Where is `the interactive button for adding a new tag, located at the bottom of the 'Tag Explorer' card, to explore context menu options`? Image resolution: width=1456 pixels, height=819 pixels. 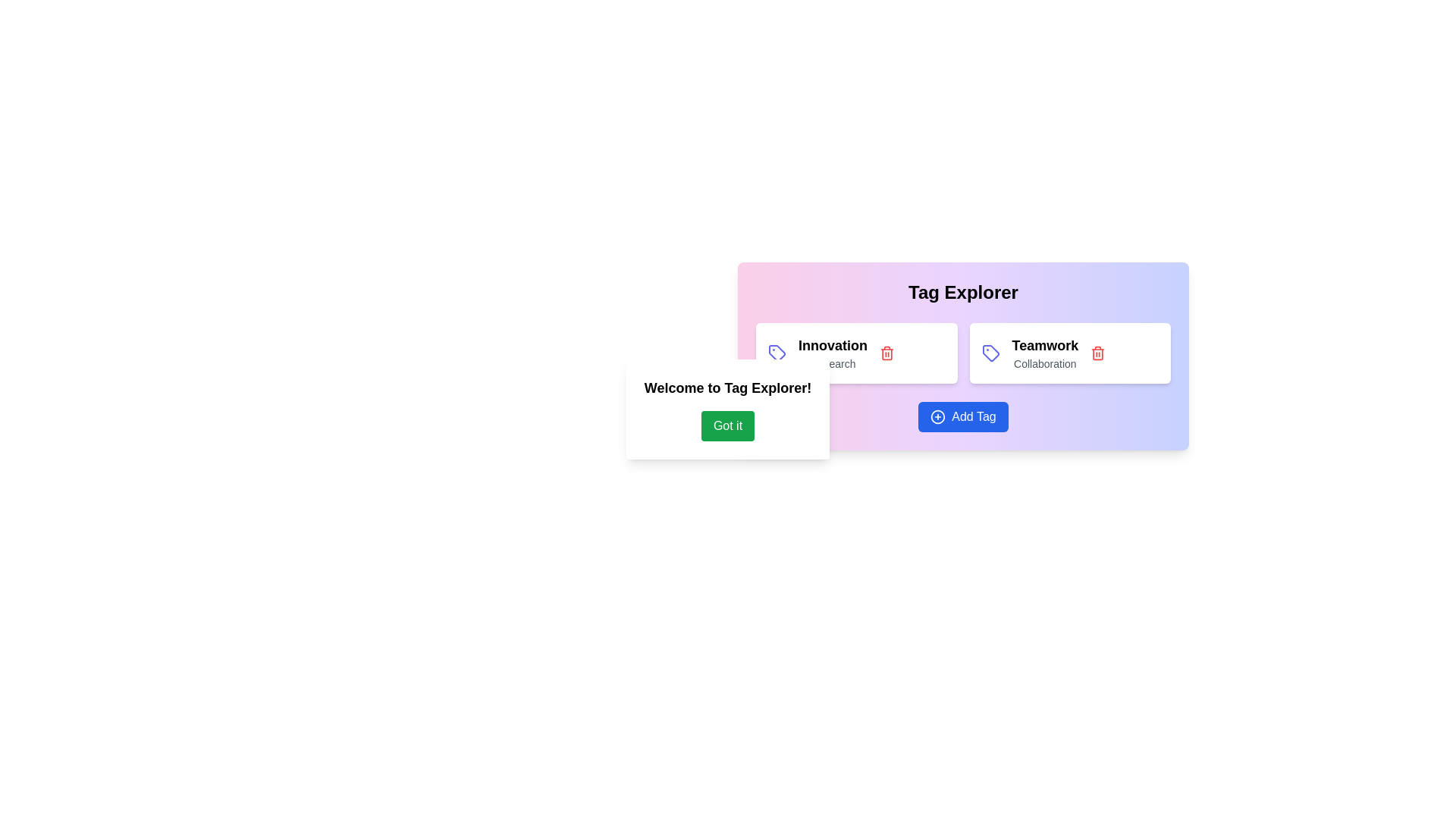
the interactive button for adding a new tag, located at the bottom of the 'Tag Explorer' card, to explore context menu options is located at coordinates (962, 417).